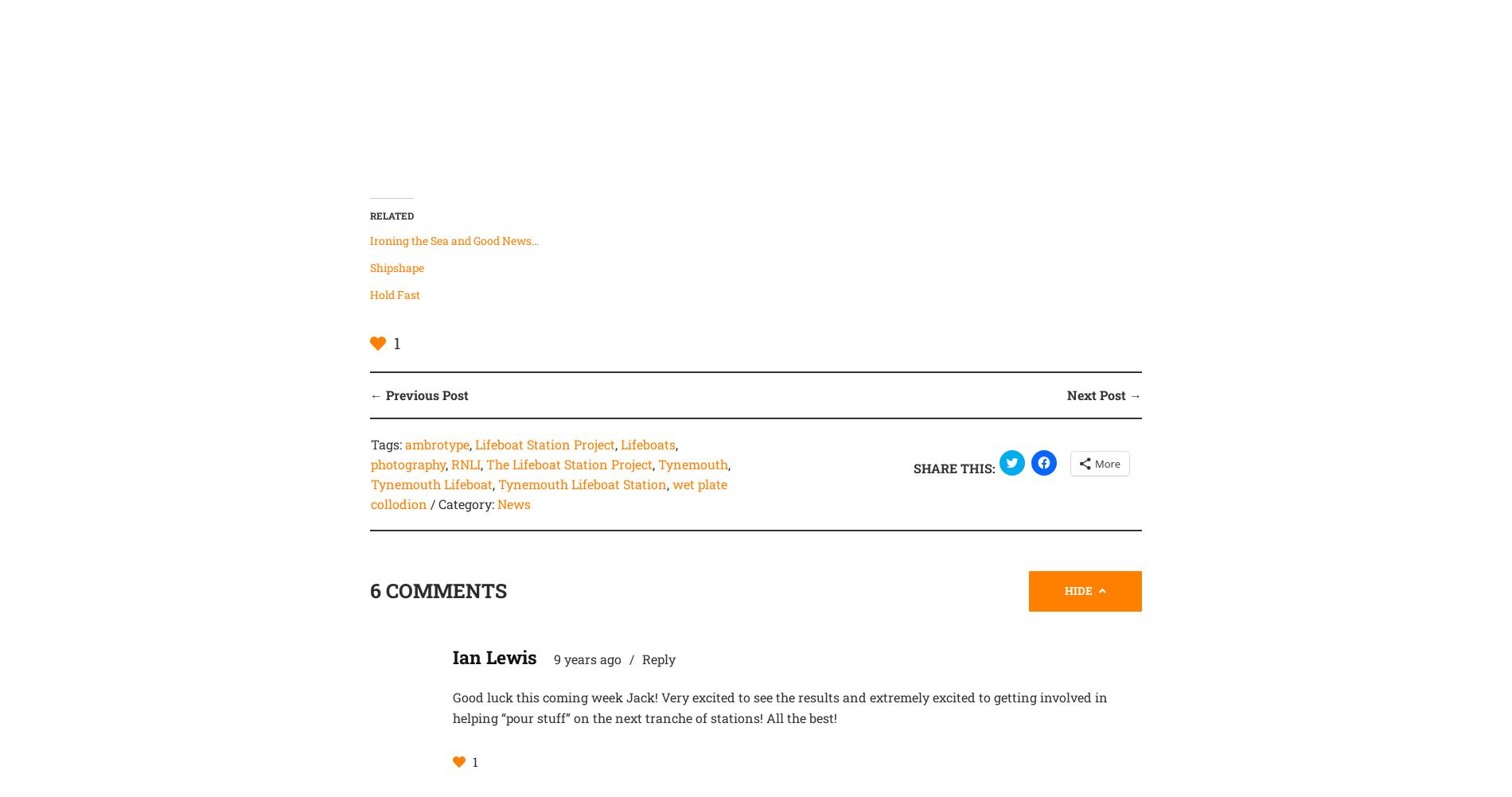 The height and width of the screenshot is (797, 1512). Describe the element at coordinates (544, 444) in the screenshot. I see `'Lifeboat Station Project'` at that location.